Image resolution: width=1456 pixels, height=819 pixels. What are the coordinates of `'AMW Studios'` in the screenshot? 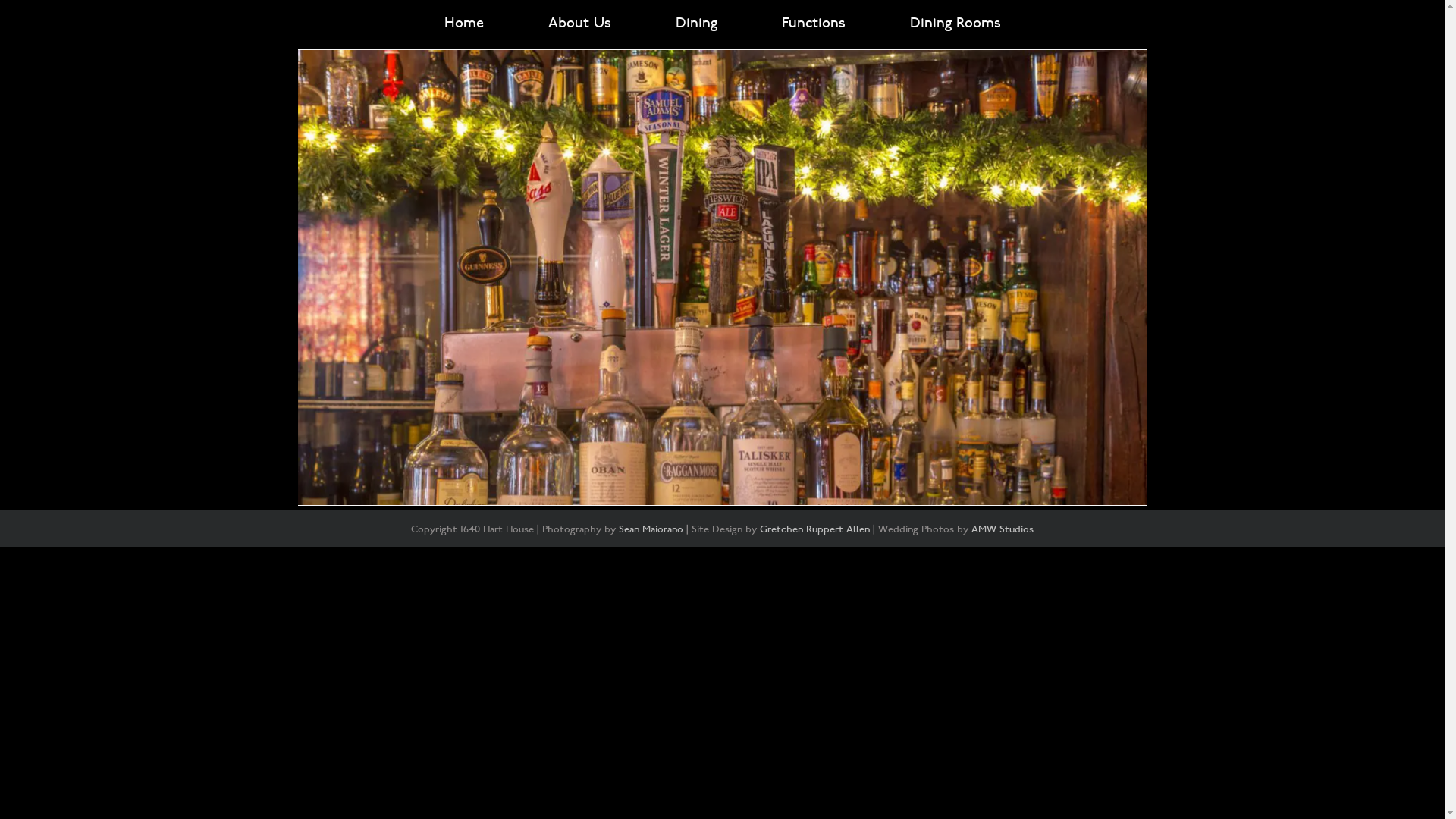 It's located at (971, 529).